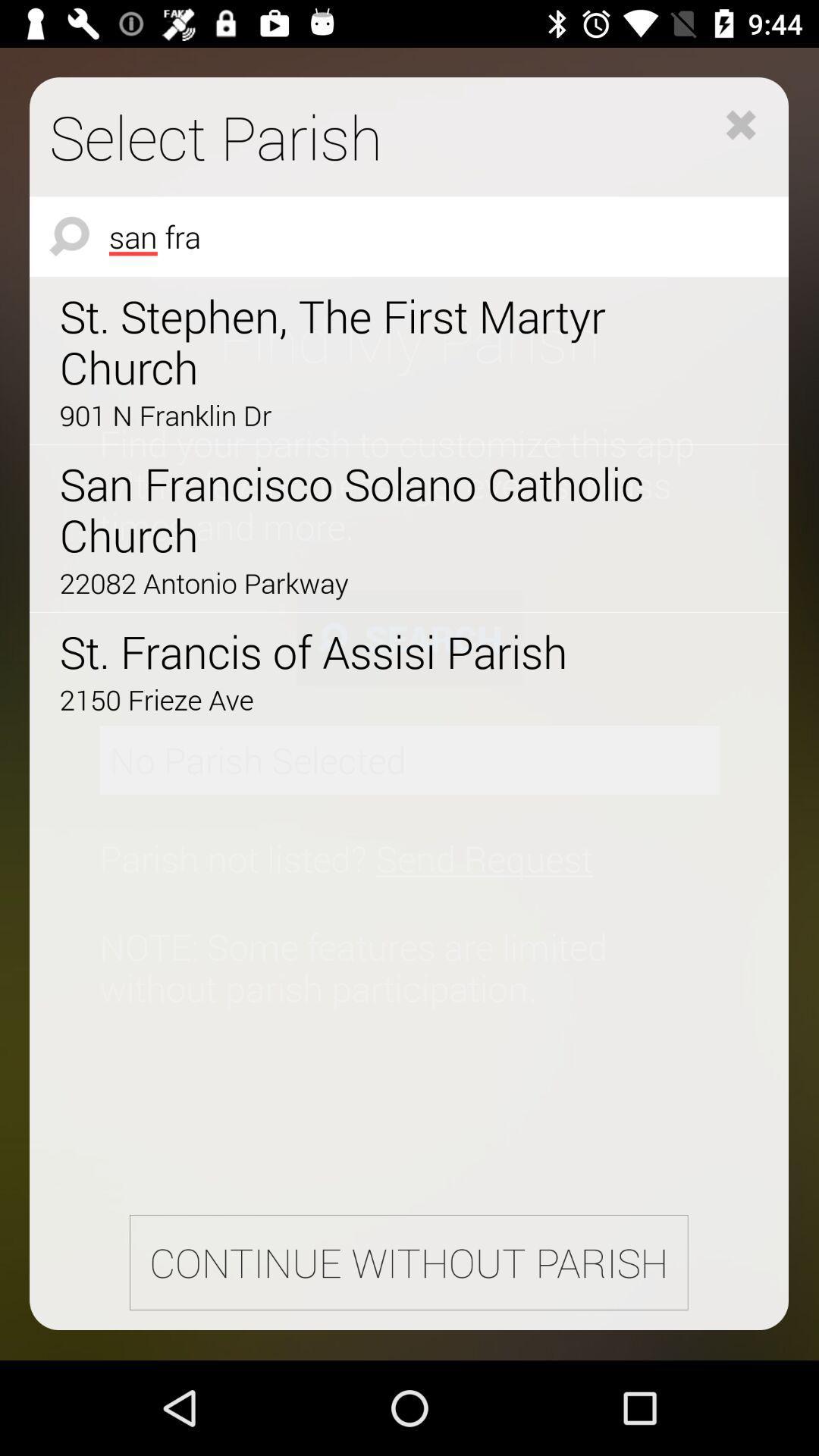 The width and height of the screenshot is (819, 1456). What do you see at coordinates (366, 415) in the screenshot?
I see `901 n franklin item` at bounding box center [366, 415].